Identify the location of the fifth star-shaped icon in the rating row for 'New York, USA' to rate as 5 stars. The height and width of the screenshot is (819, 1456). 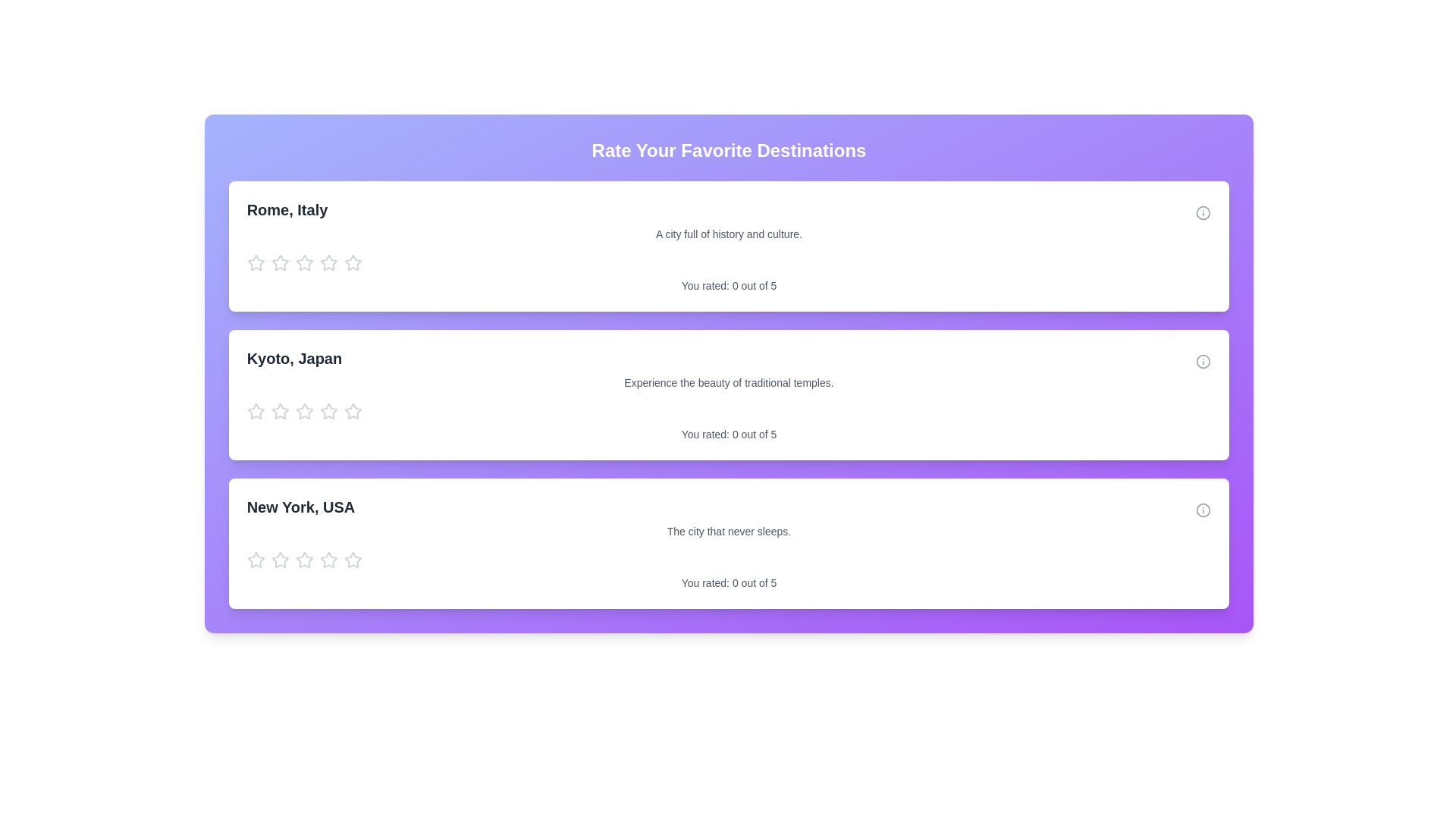
(328, 560).